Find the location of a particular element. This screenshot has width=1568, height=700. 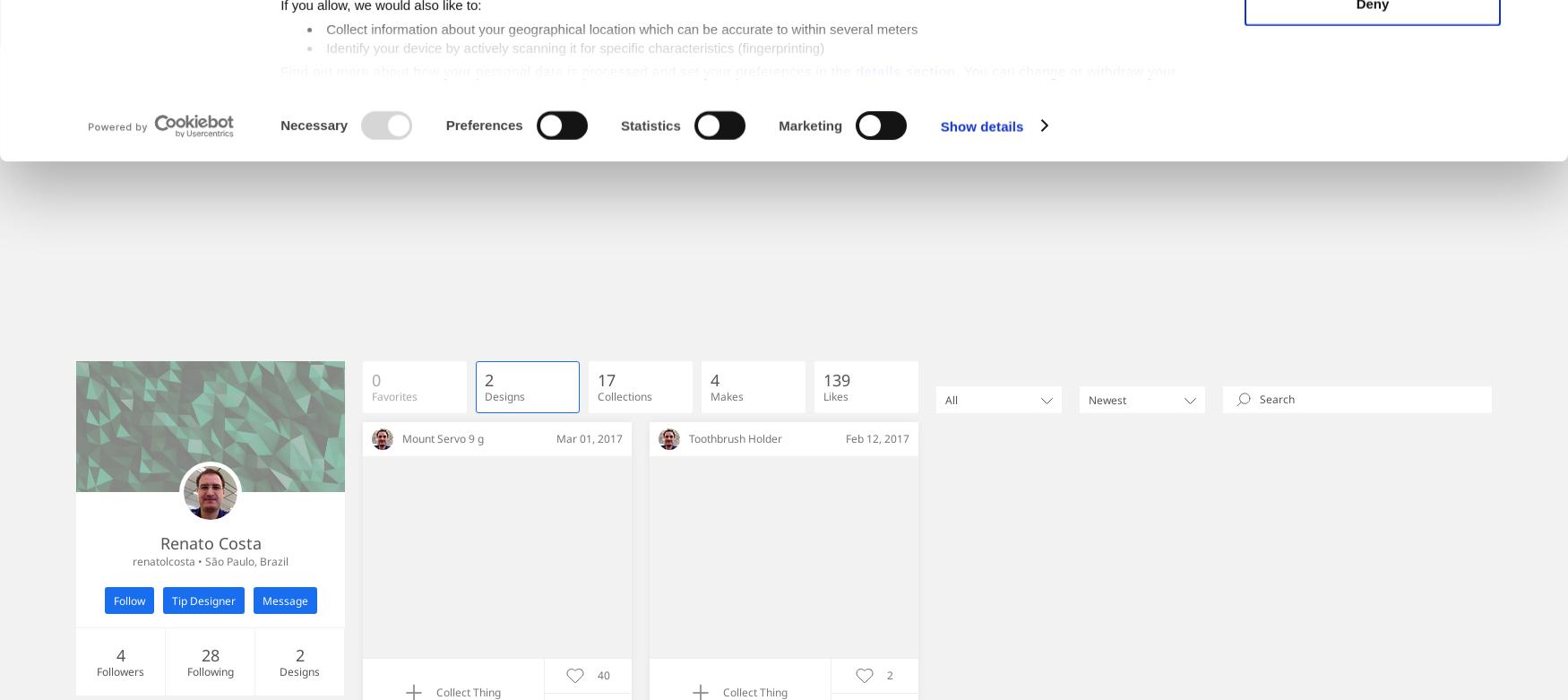

'Deny' is located at coordinates (1371, 145).